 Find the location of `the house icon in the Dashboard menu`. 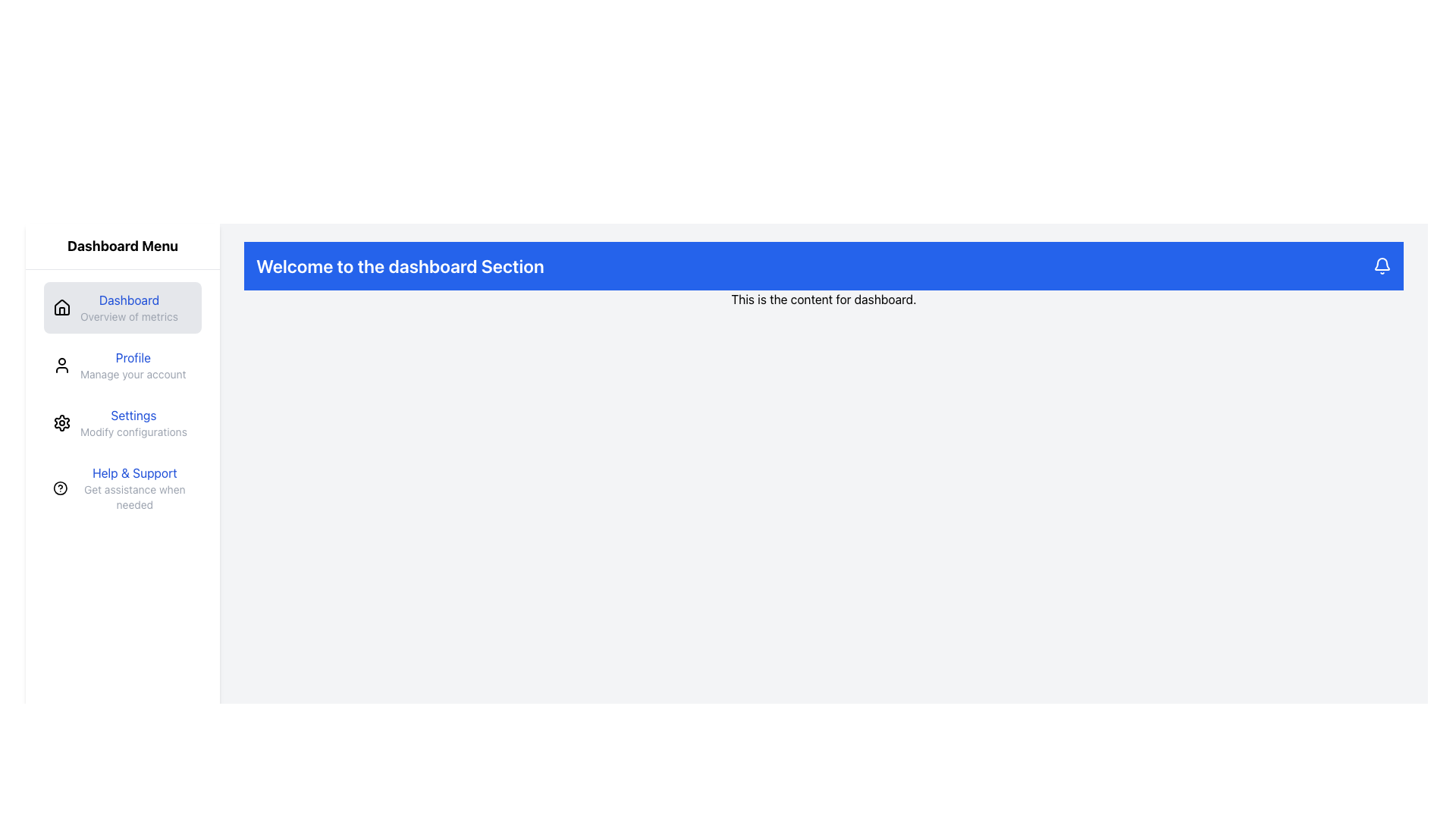

the house icon in the Dashboard menu is located at coordinates (61, 307).